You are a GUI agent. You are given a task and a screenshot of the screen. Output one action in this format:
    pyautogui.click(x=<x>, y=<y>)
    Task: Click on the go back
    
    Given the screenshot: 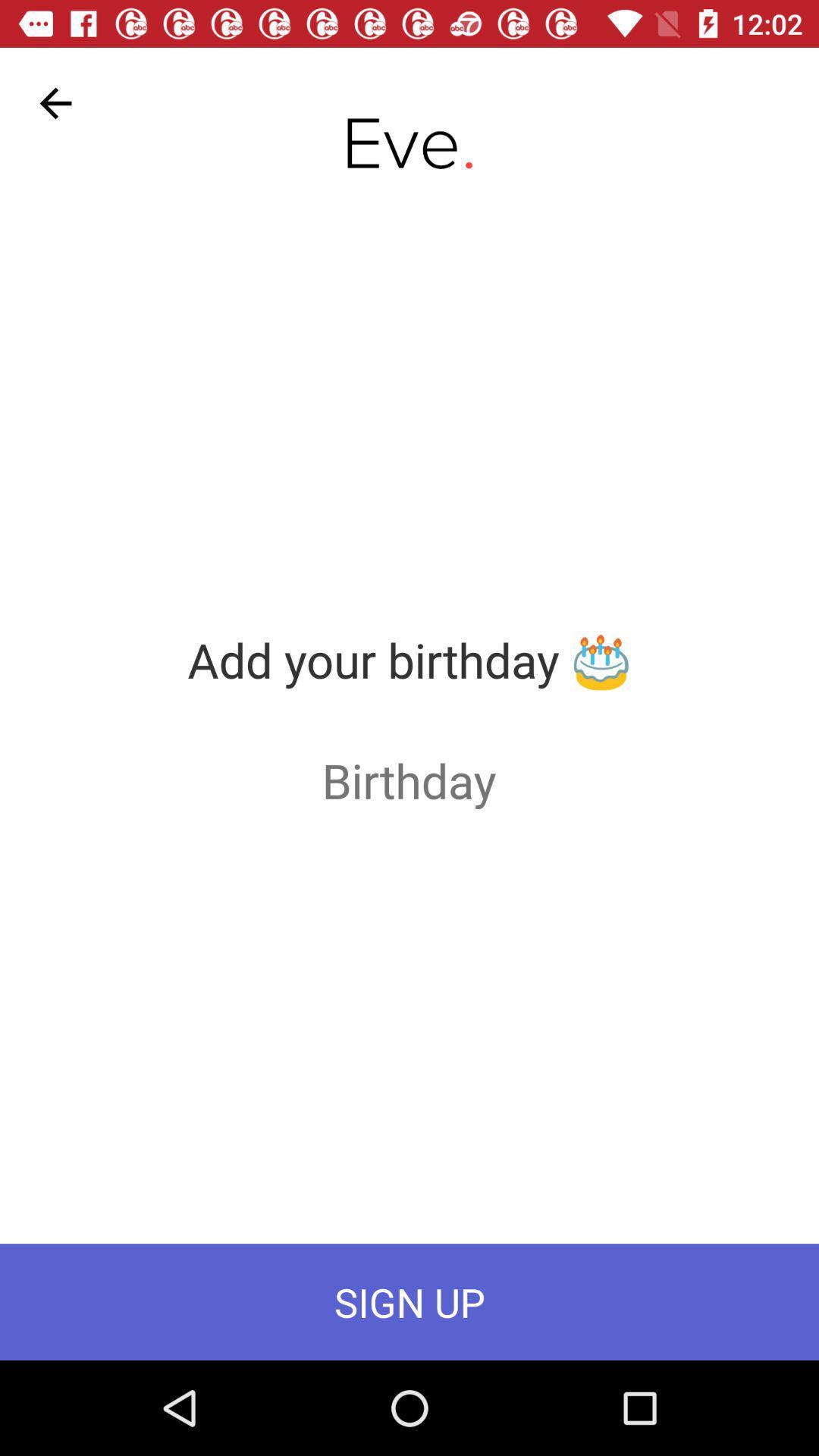 What is the action you would take?
    pyautogui.click(x=55, y=102)
    